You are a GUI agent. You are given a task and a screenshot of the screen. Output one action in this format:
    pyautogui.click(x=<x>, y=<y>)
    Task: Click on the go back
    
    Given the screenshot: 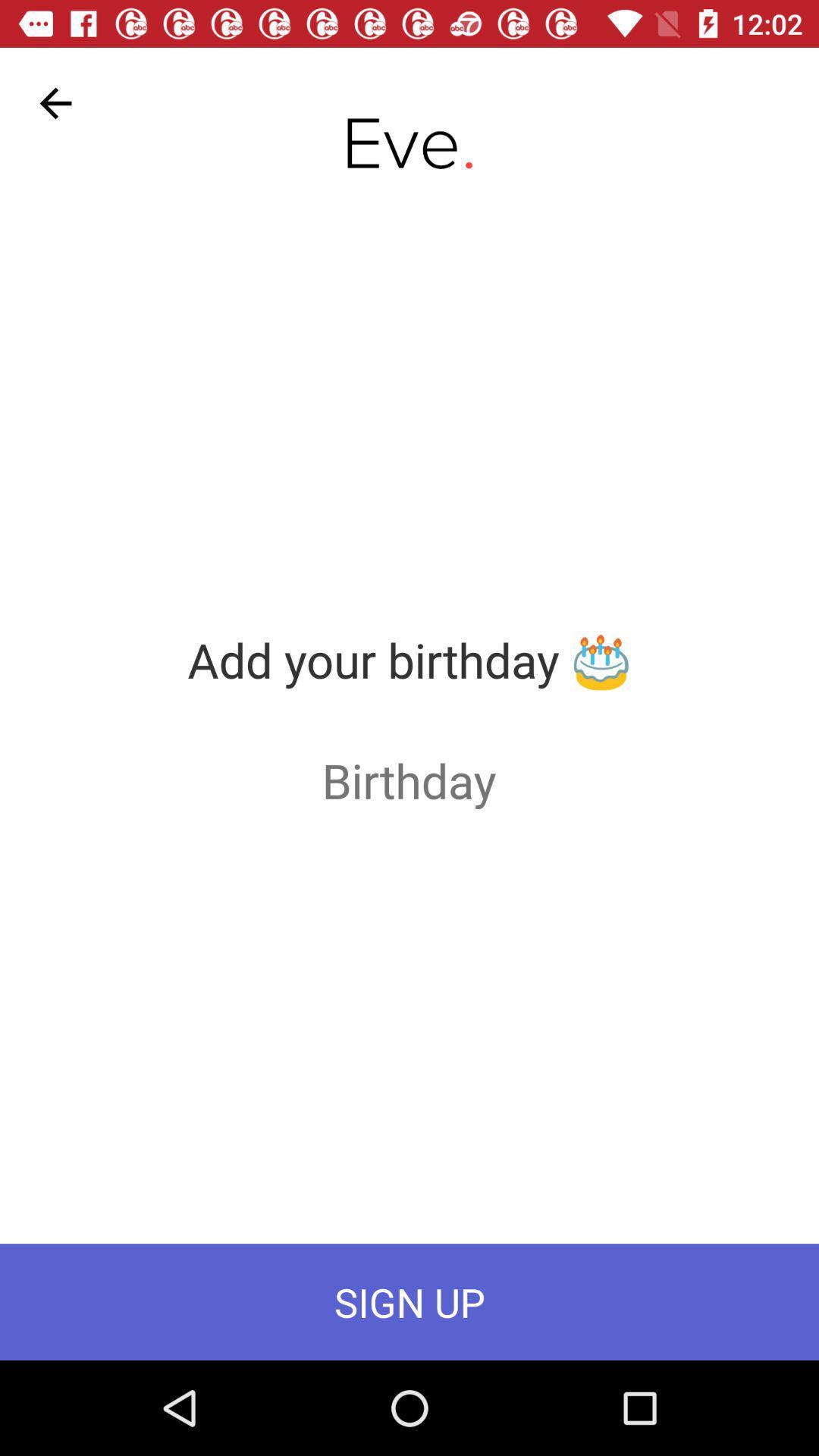 What is the action you would take?
    pyautogui.click(x=55, y=102)
    